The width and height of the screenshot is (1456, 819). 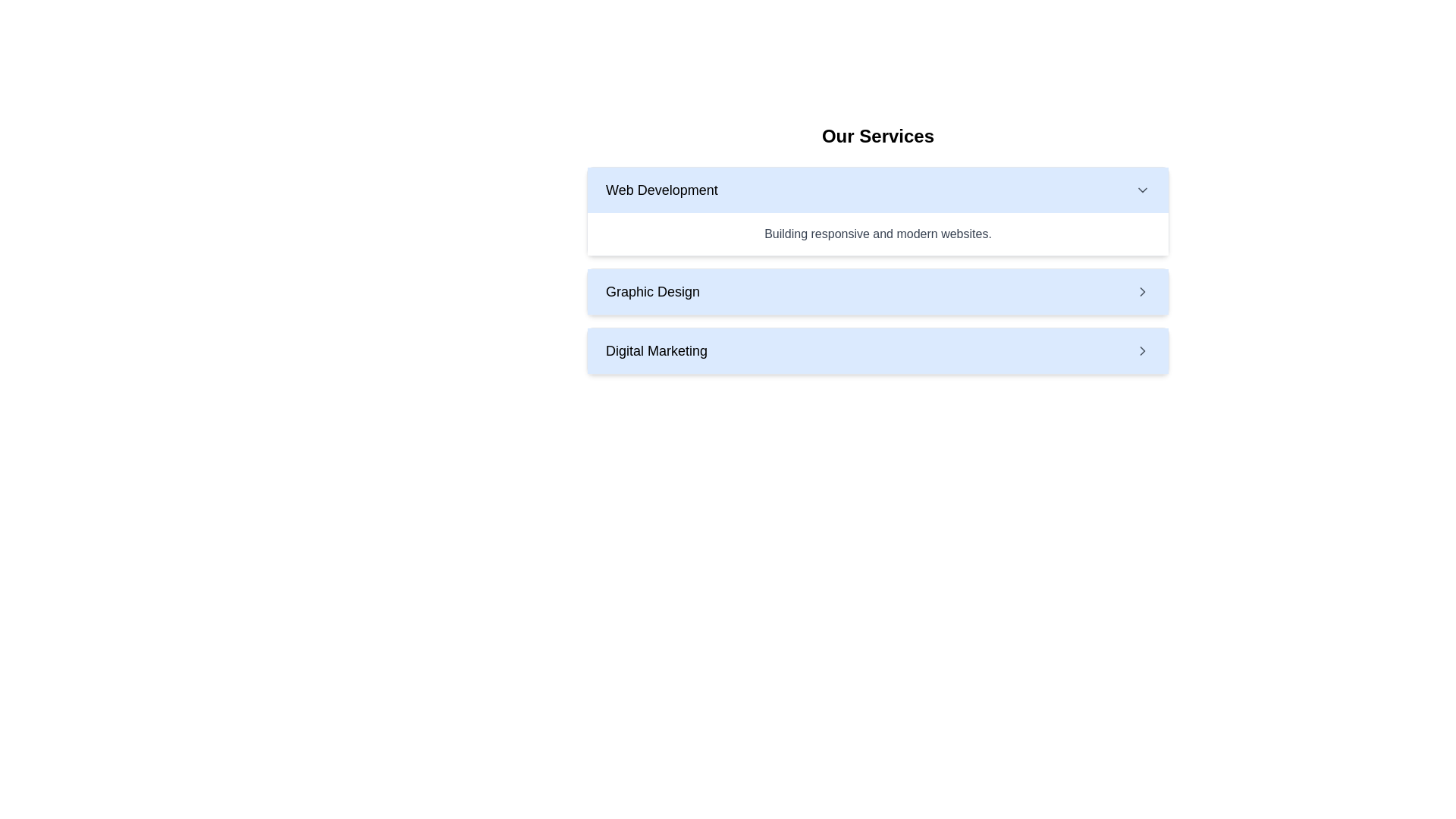 What do you see at coordinates (1143, 292) in the screenshot?
I see `the right-facing chevron icon located to the far right of the 'Graphic Design' row` at bounding box center [1143, 292].